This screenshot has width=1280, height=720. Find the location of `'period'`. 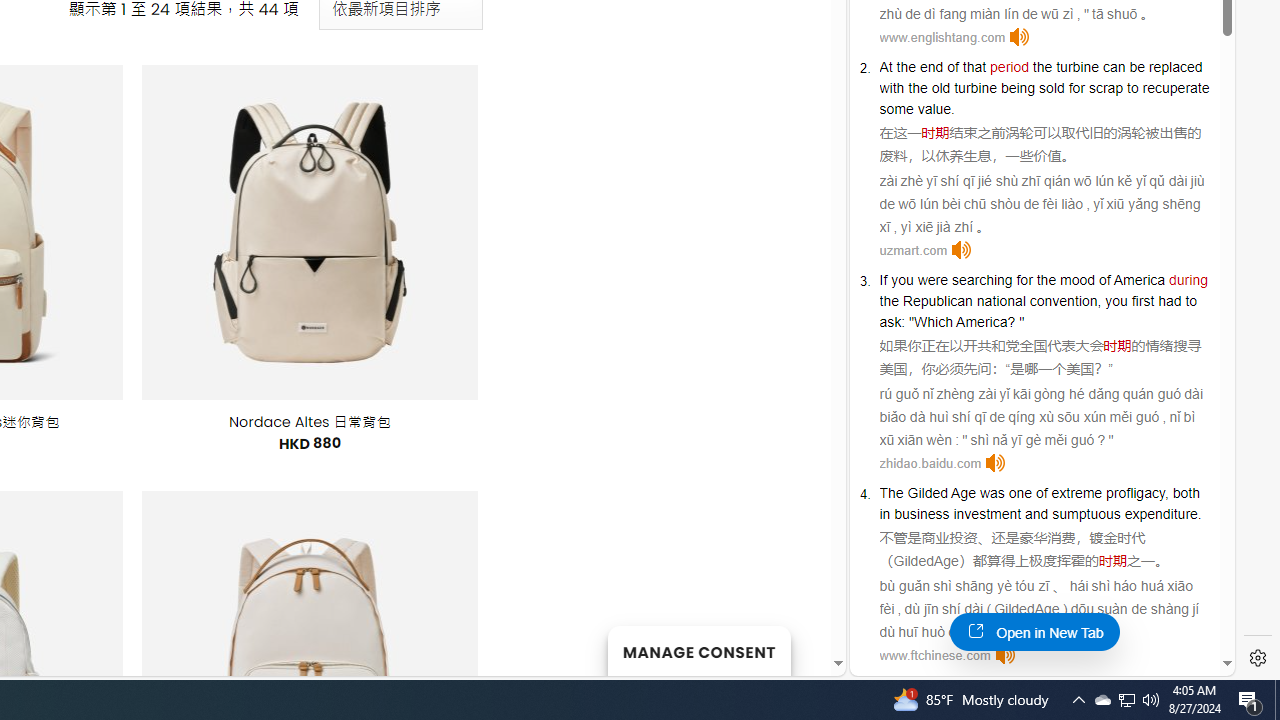

'period' is located at coordinates (1009, 65).